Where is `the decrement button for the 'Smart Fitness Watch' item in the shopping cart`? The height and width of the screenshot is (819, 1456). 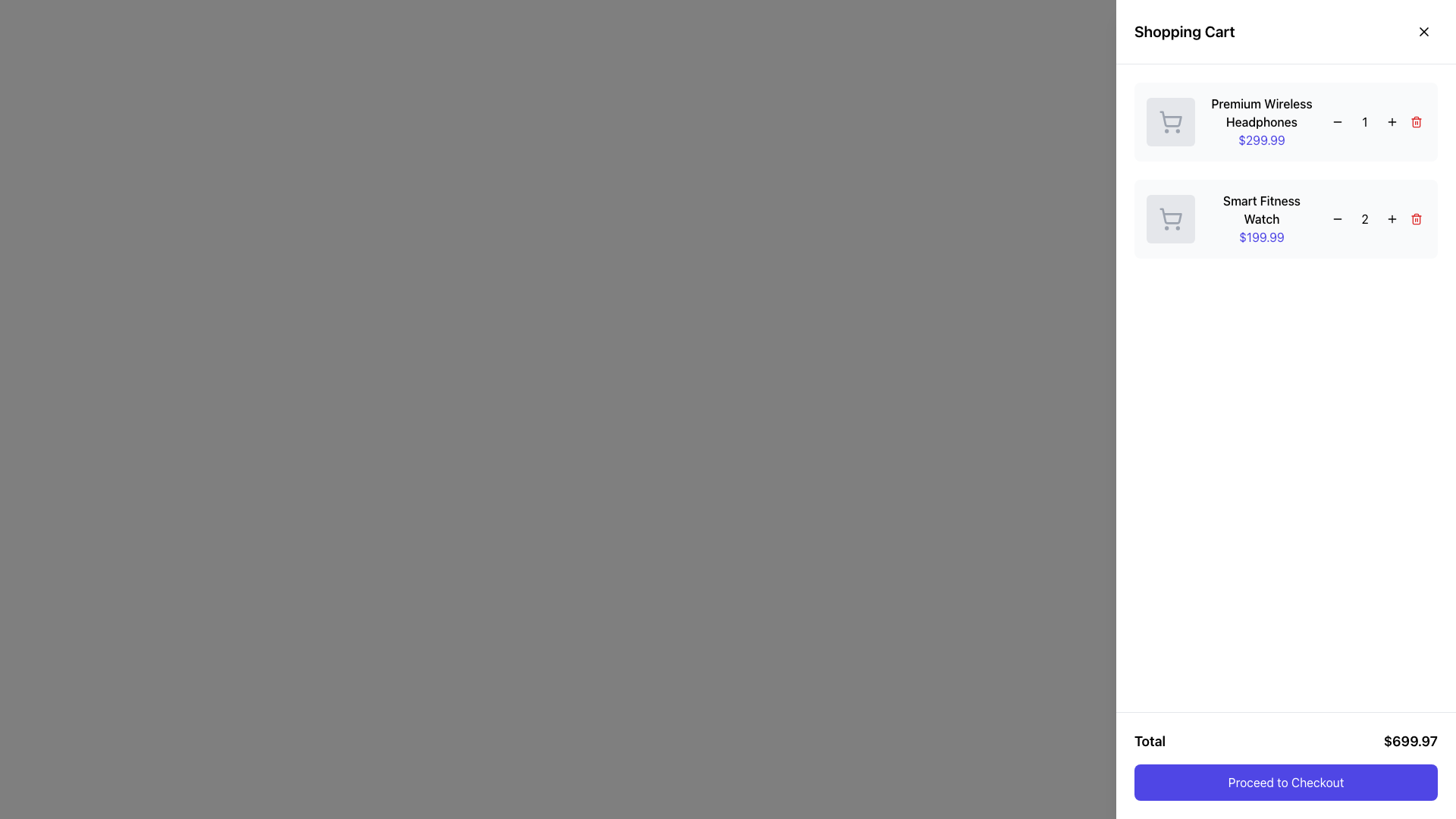 the decrement button for the 'Smart Fitness Watch' item in the shopping cart is located at coordinates (1337, 219).